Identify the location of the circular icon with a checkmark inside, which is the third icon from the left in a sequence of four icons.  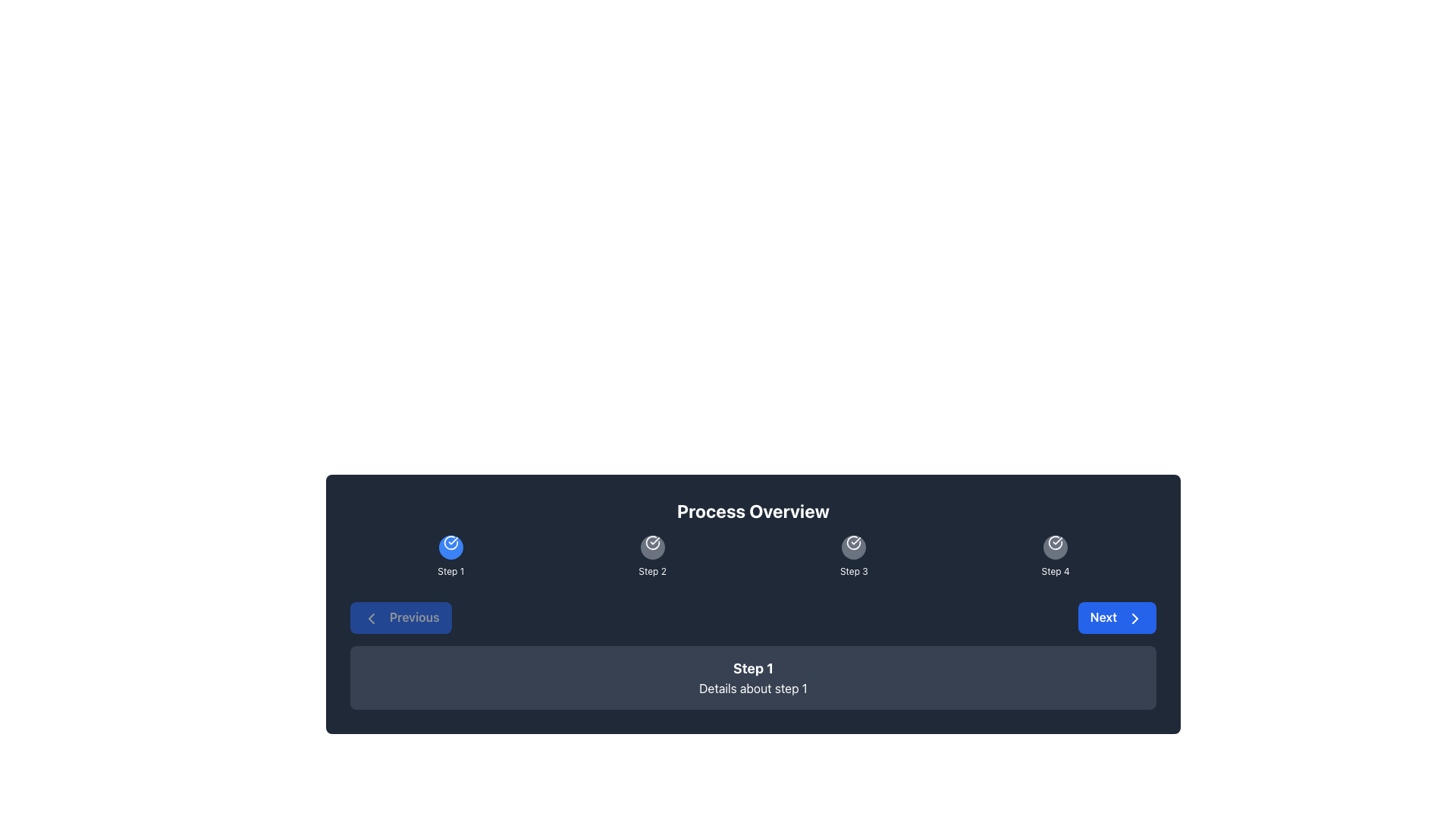
(854, 542).